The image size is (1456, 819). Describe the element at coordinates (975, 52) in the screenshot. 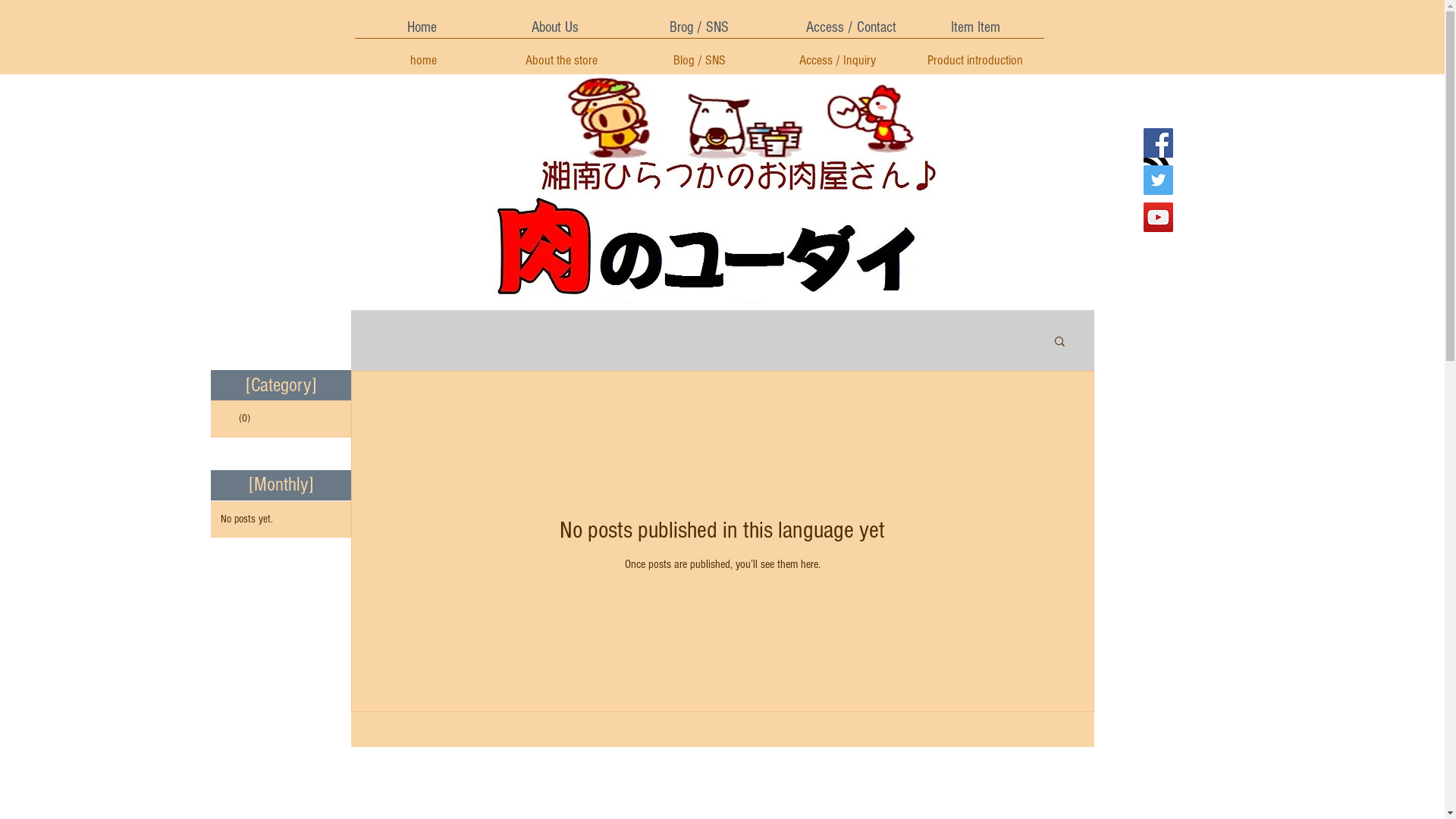

I see `'Product introduction'` at that location.